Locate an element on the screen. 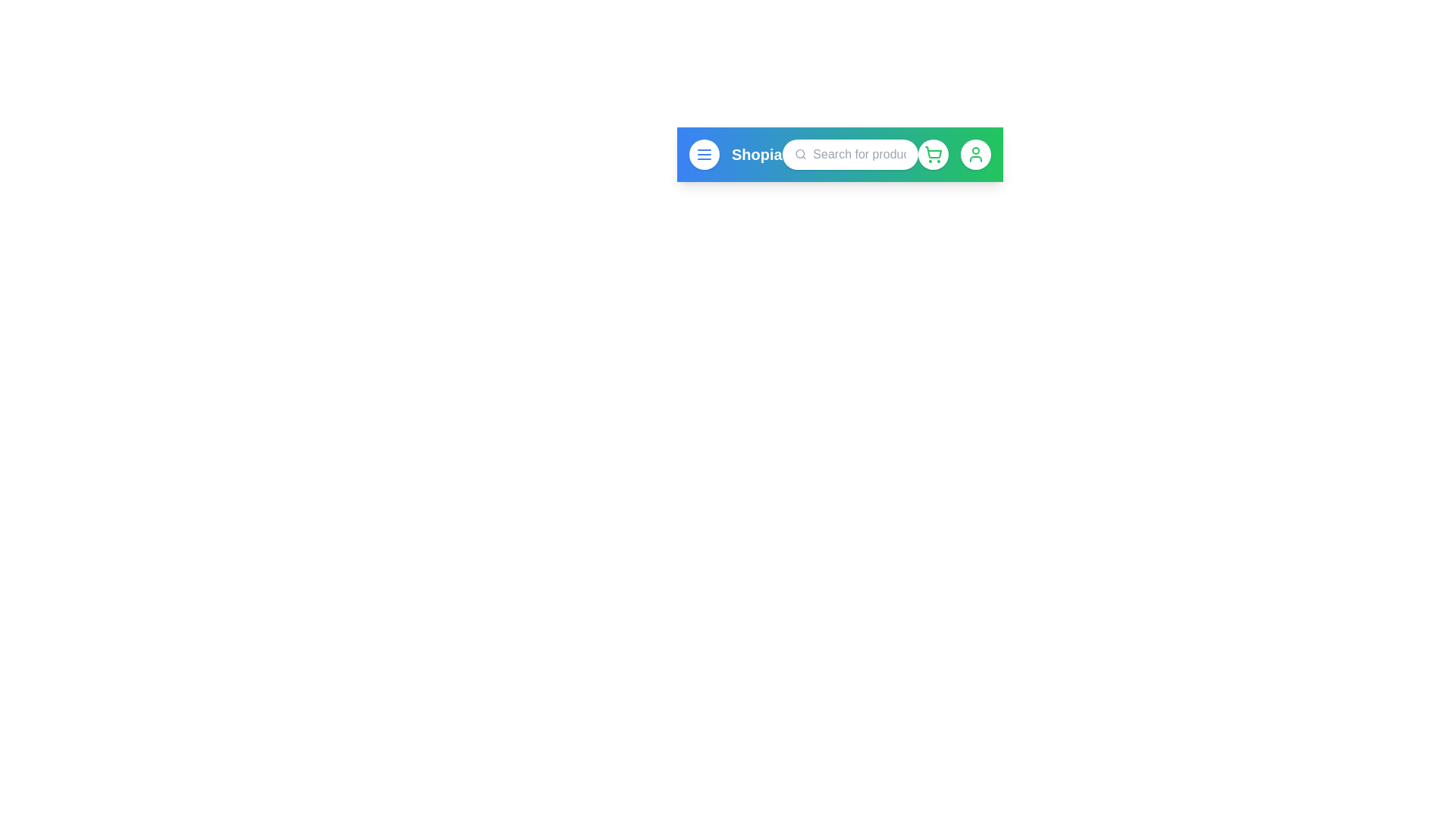  the menu button to open the menu is located at coordinates (704, 155).